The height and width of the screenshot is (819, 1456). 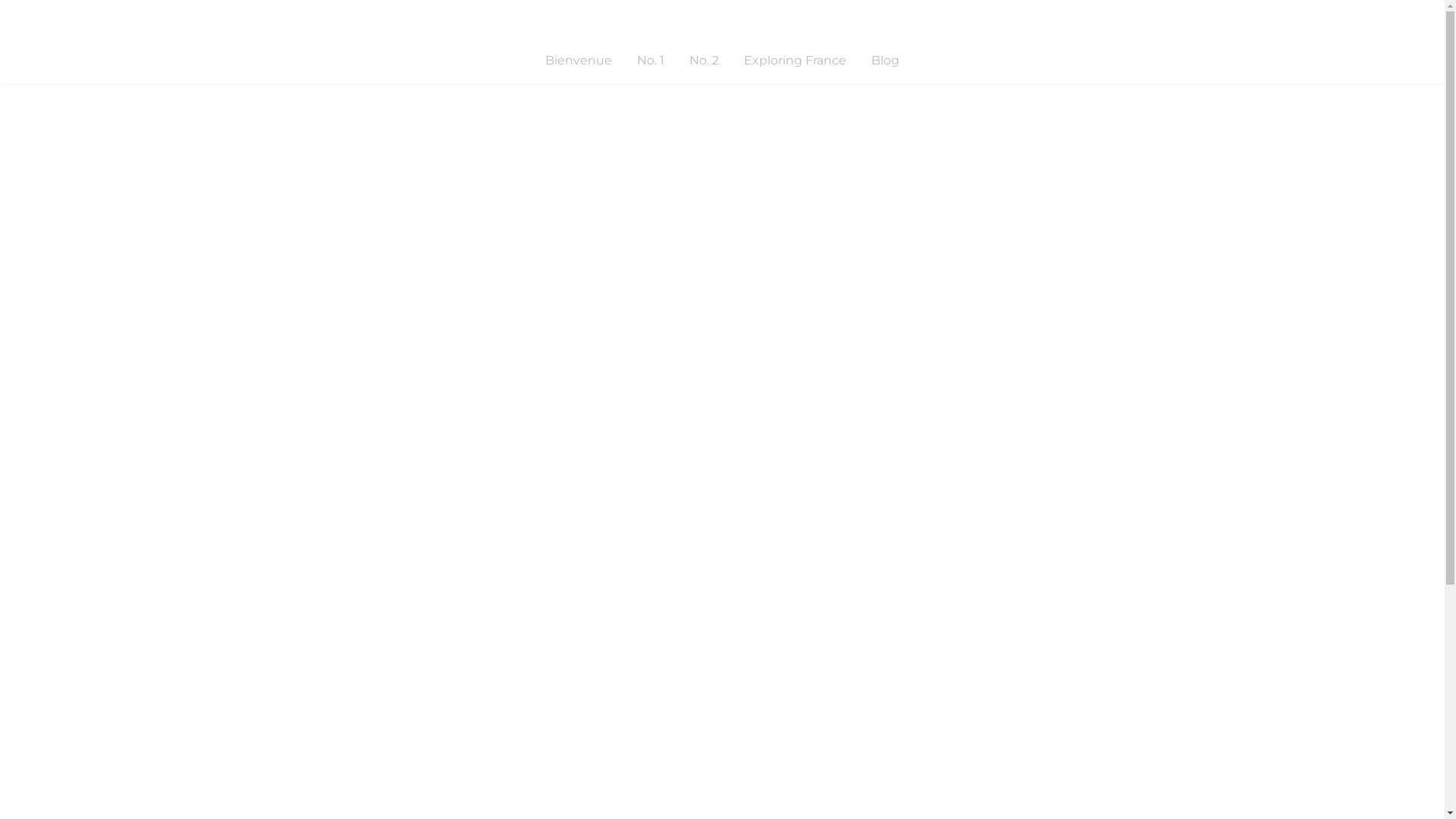 What do you see at coordinates (794, 60) in the screenshot?
I see `'Exploring France'` at bounding box center [794, 60].